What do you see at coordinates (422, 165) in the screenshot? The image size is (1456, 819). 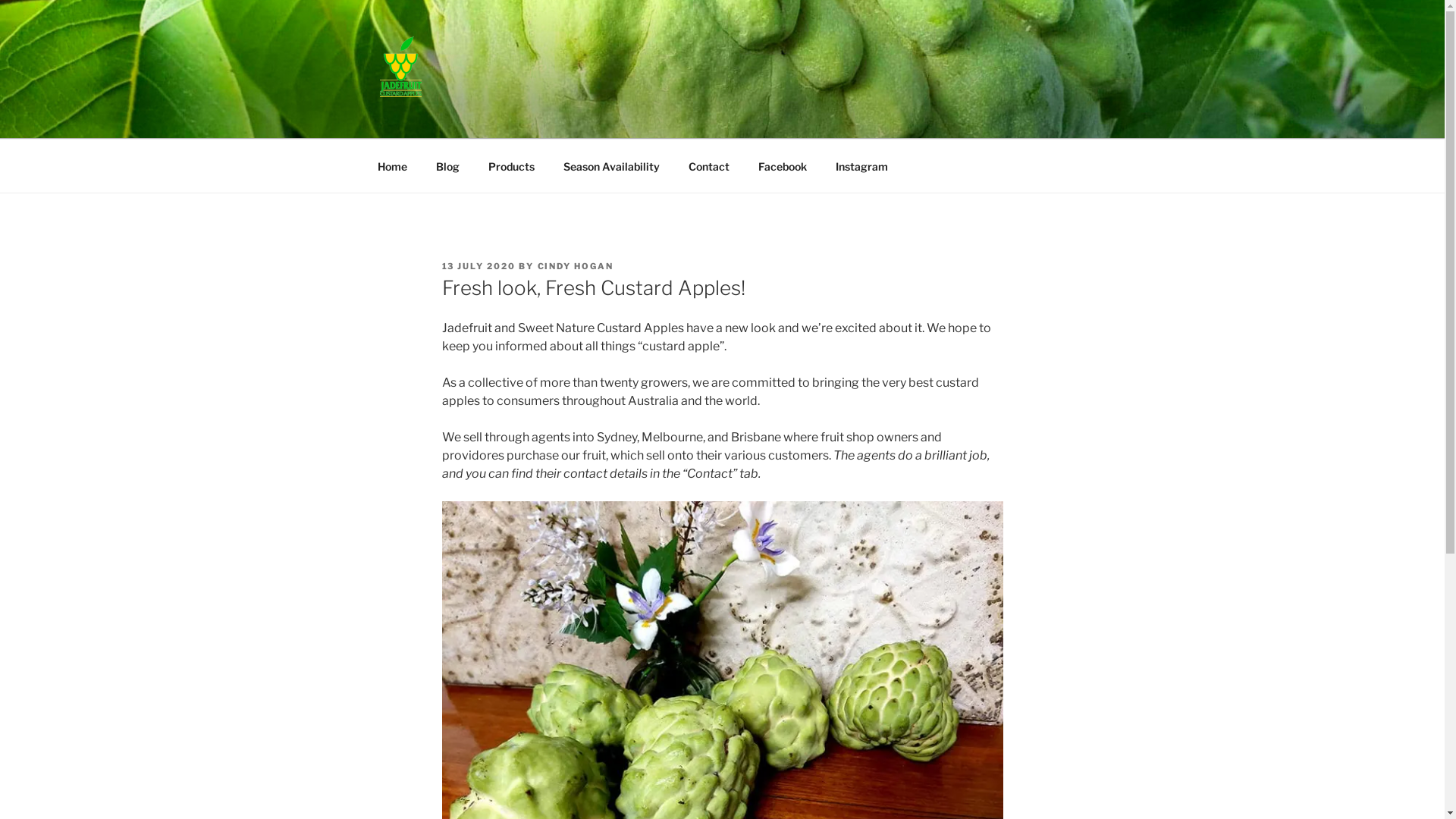 I see `'Blog'` at bounding box center [422, 165].